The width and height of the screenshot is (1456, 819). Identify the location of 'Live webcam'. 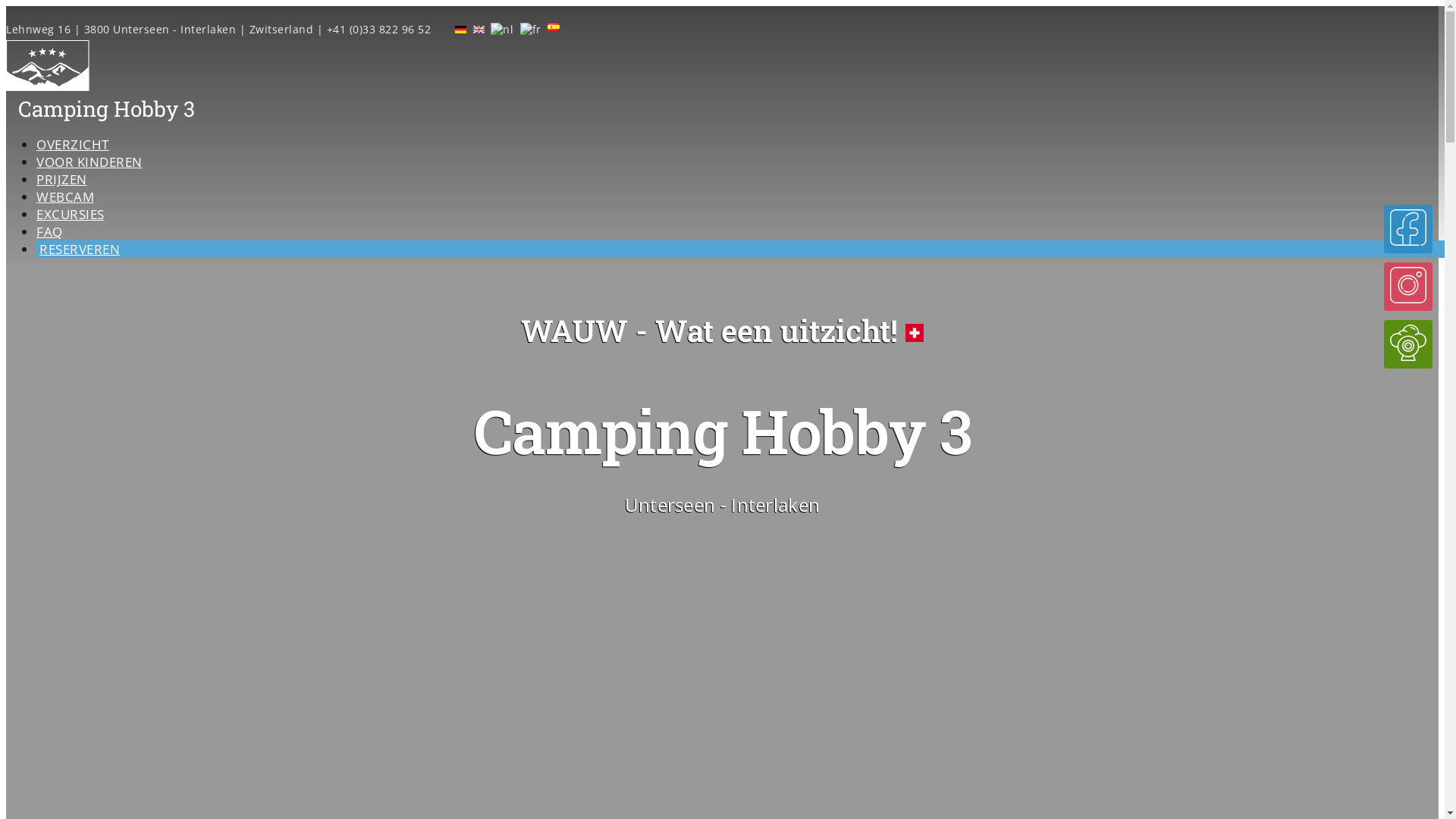
(431, 29).